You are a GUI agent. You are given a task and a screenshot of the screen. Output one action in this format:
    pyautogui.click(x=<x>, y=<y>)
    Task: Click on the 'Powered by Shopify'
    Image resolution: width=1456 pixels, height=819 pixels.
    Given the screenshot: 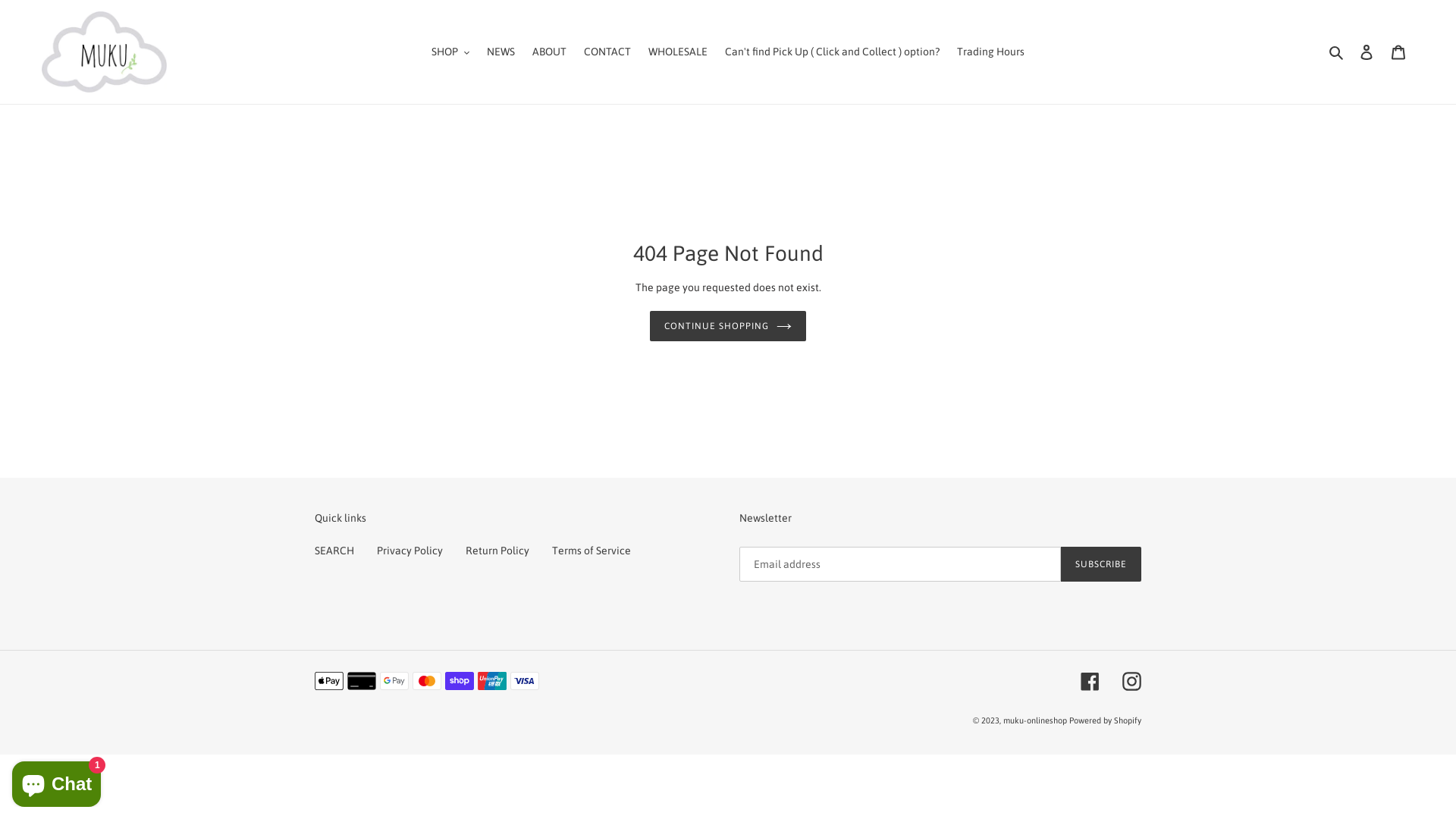 What is the action you would take?
    pyautogui.click(x=1068, y=720)
    